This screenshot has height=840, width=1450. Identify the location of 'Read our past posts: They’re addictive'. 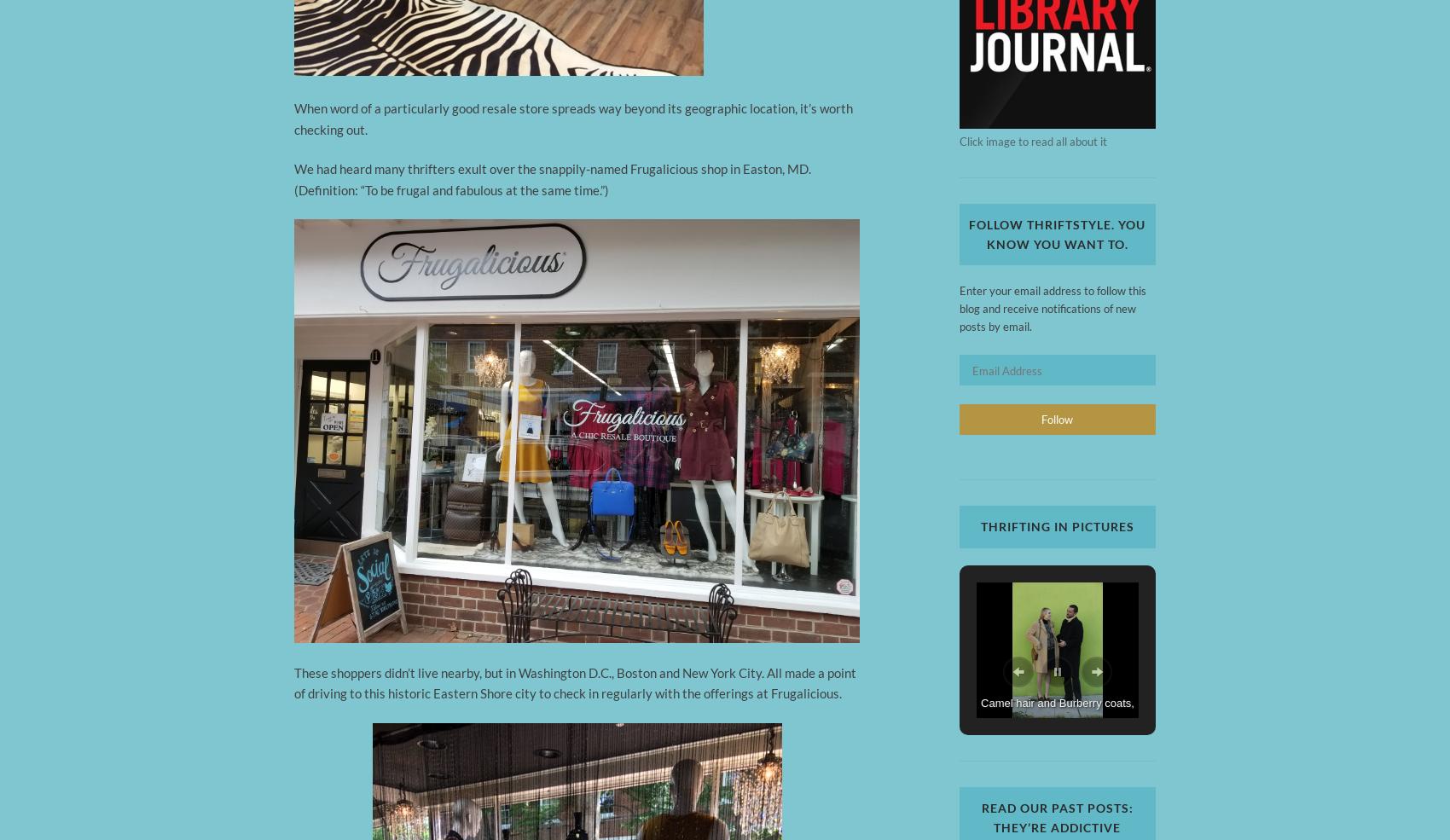
(1055, 817).